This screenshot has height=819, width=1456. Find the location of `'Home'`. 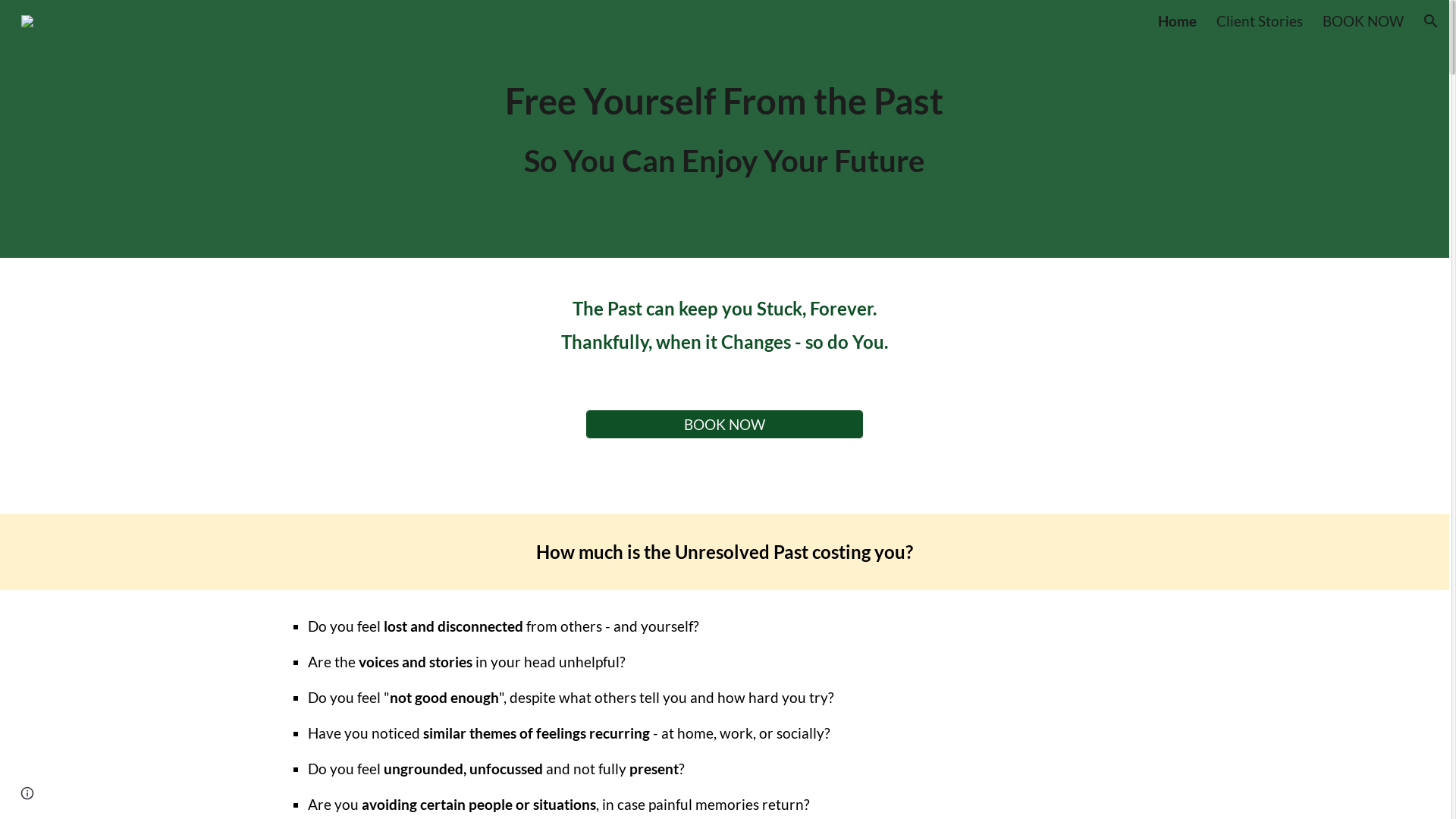

'Home' is located at coordinates (1156, 20).